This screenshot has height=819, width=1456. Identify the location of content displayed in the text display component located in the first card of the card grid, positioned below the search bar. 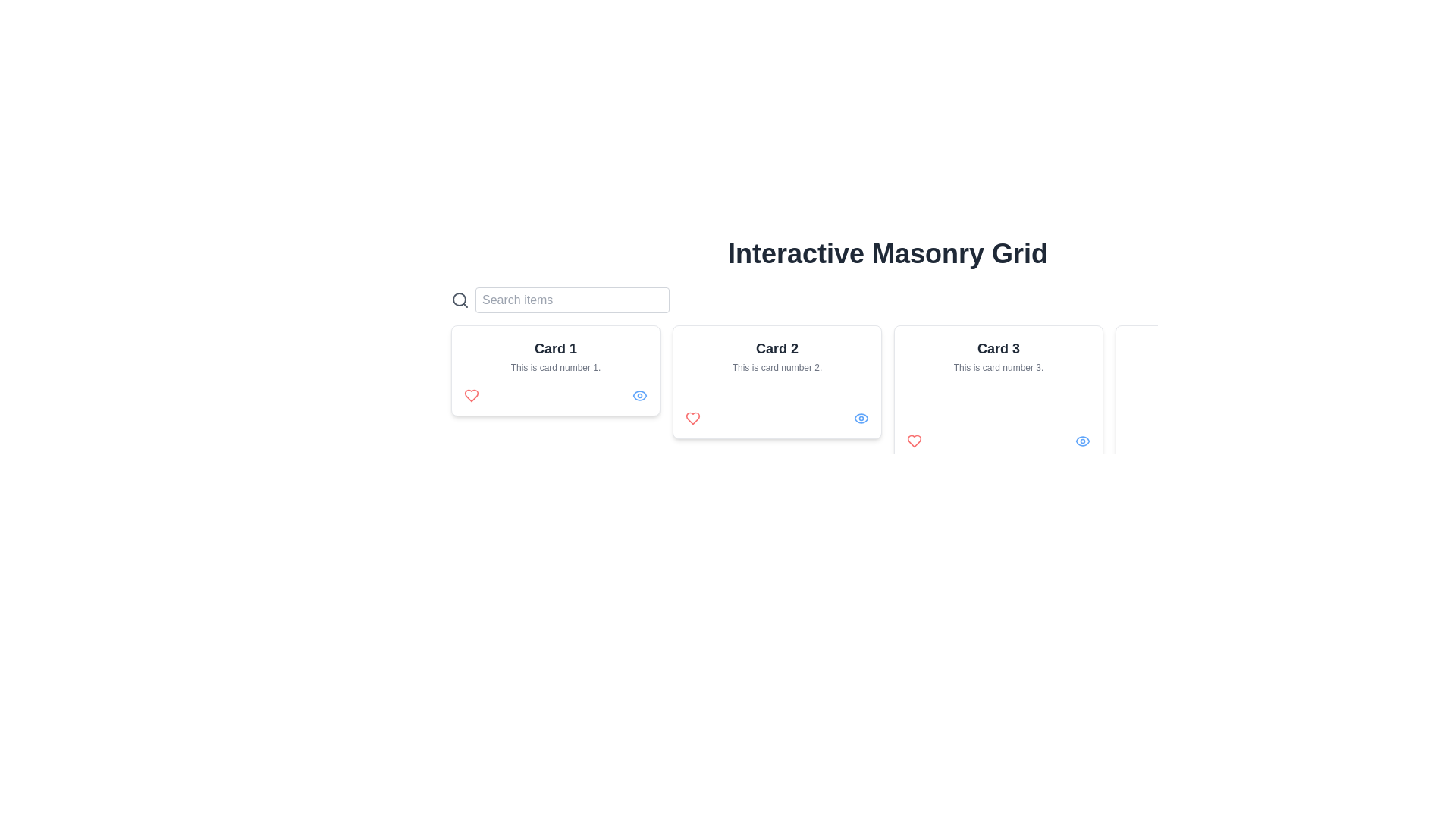
(555, 356).